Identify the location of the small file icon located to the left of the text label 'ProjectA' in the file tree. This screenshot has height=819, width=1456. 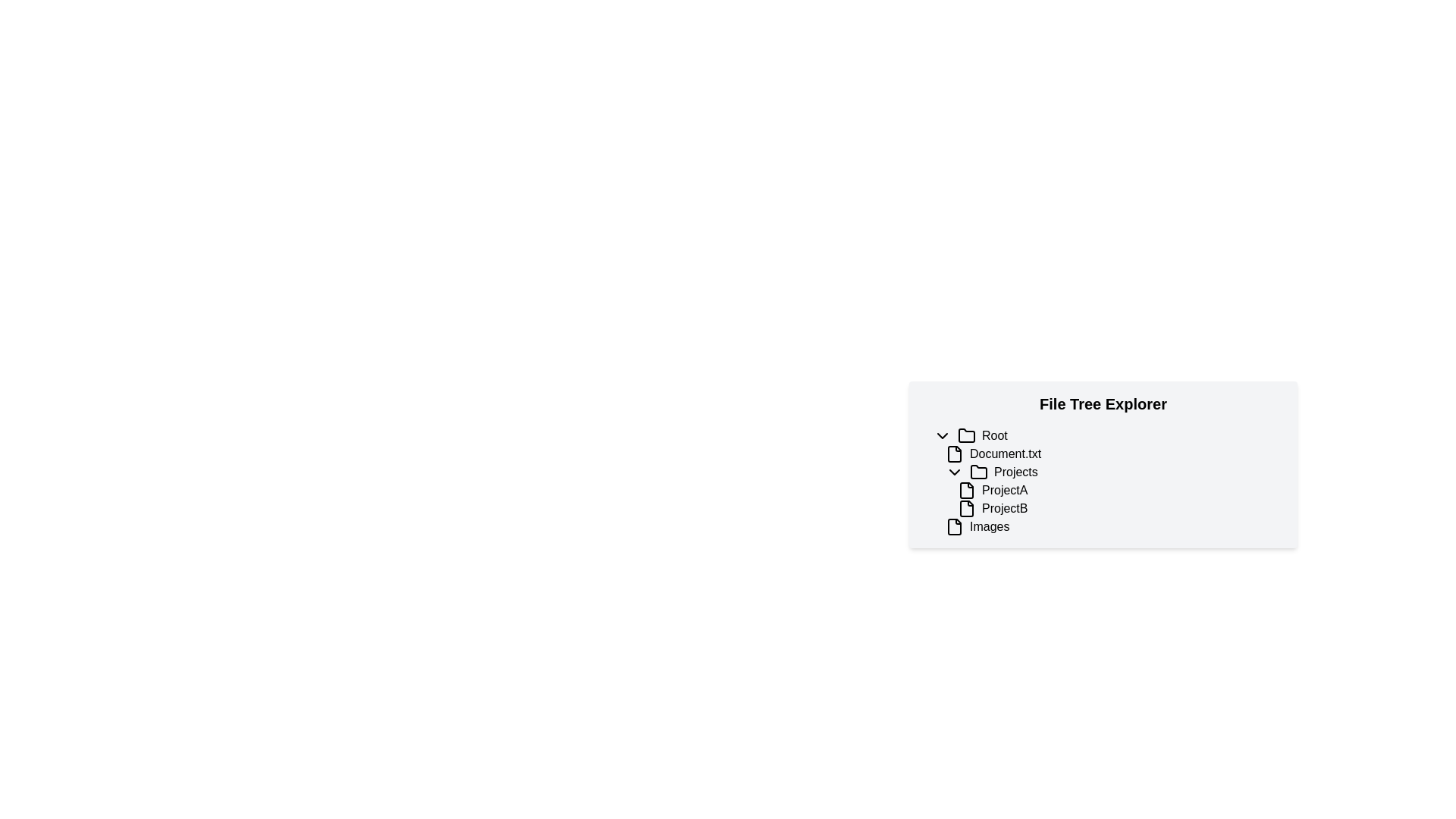
(966, 491).